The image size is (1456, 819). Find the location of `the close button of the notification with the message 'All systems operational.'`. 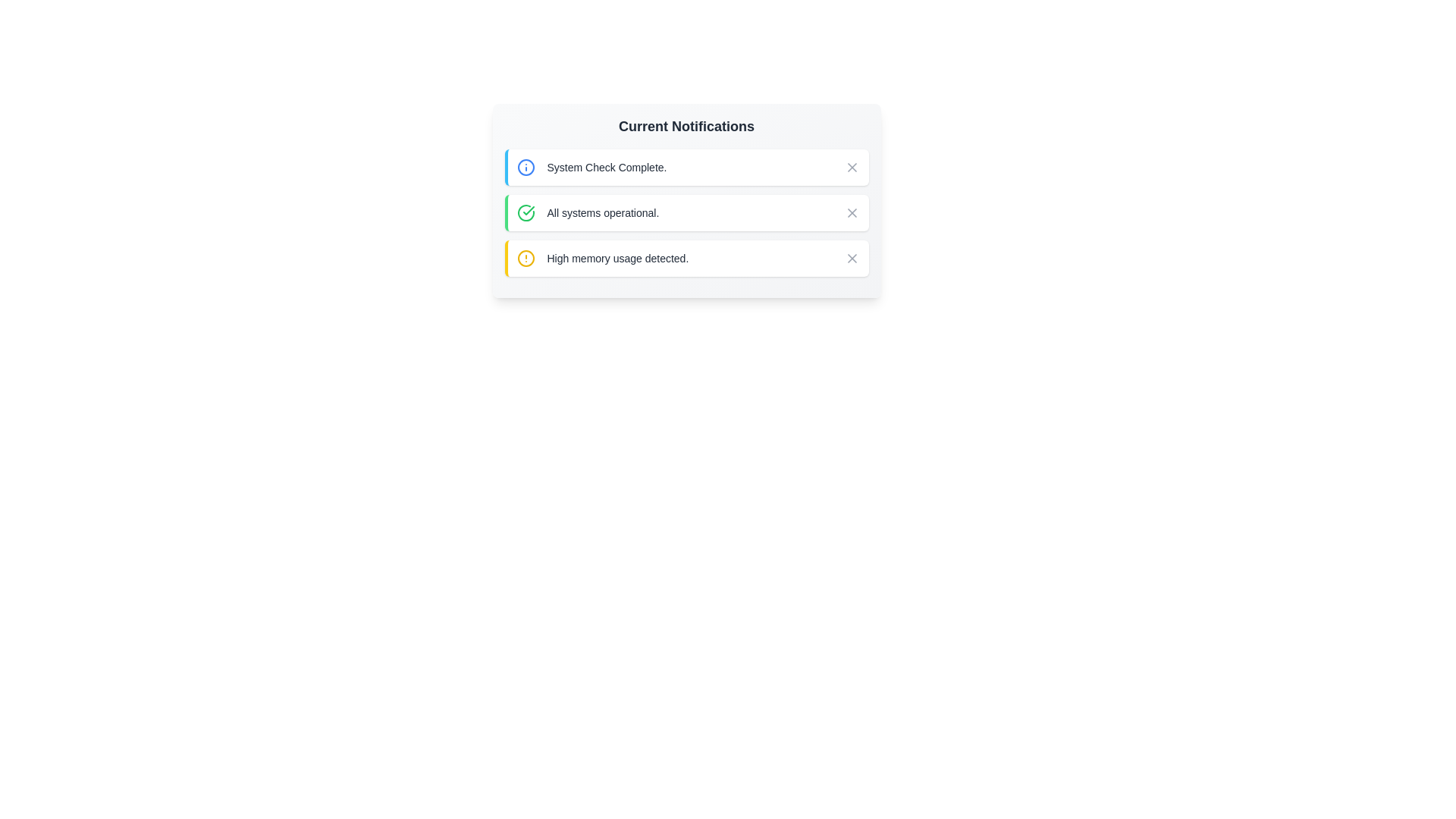

the close button of the notification with the message 'All systems operational.' is located at coordinates (852, 213).